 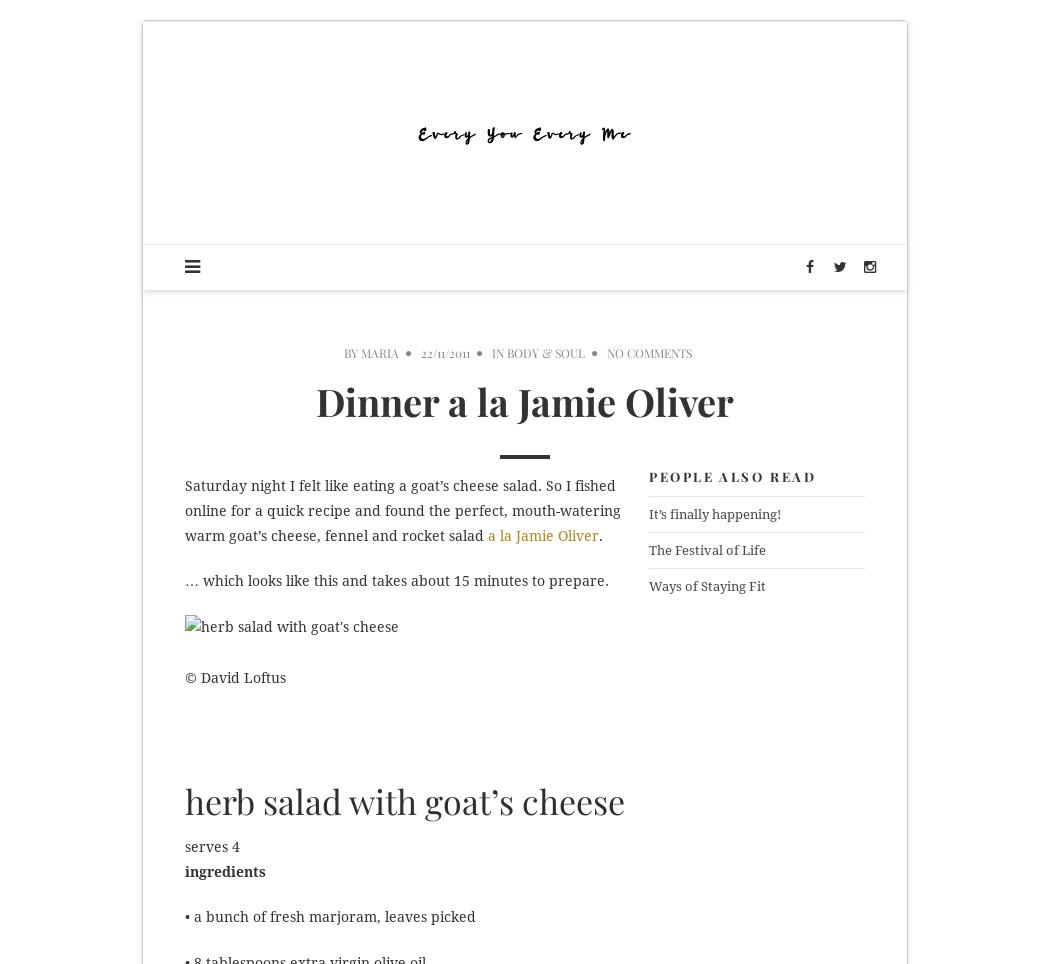 What do you see at coordinates (546, 352) in the screenshot?
I see `'Body & Soul'` at bounding box center [546, 352].